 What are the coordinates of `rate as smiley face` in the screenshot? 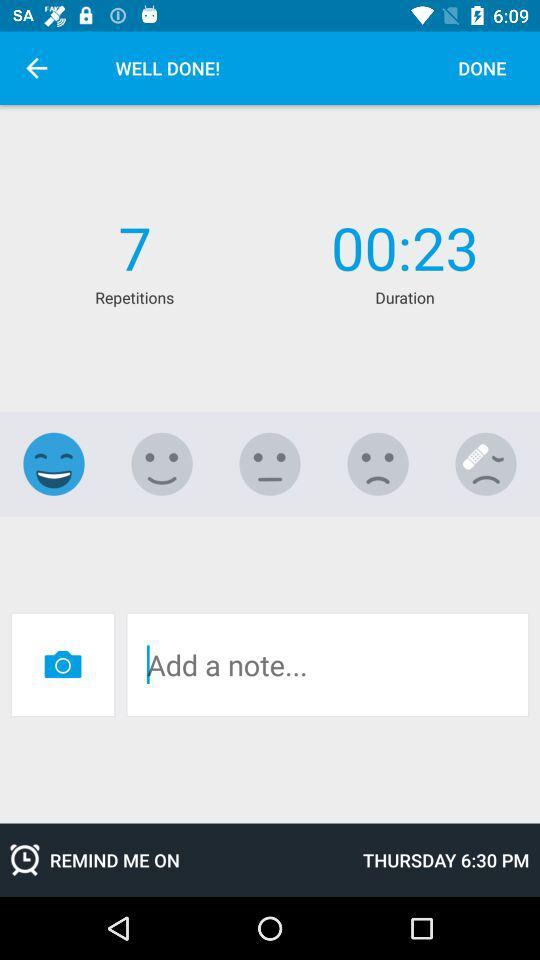 It's located at (54, 464).